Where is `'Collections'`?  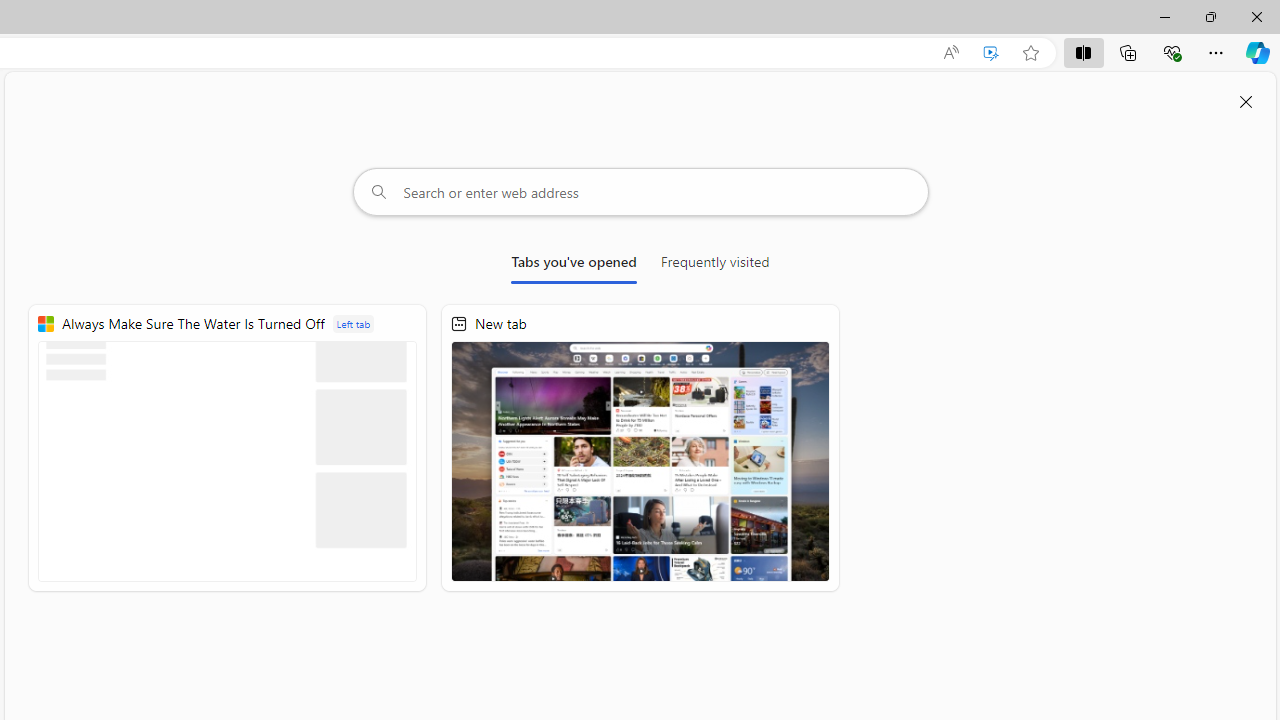
'Collections' is located at coordinates (1128, 51).